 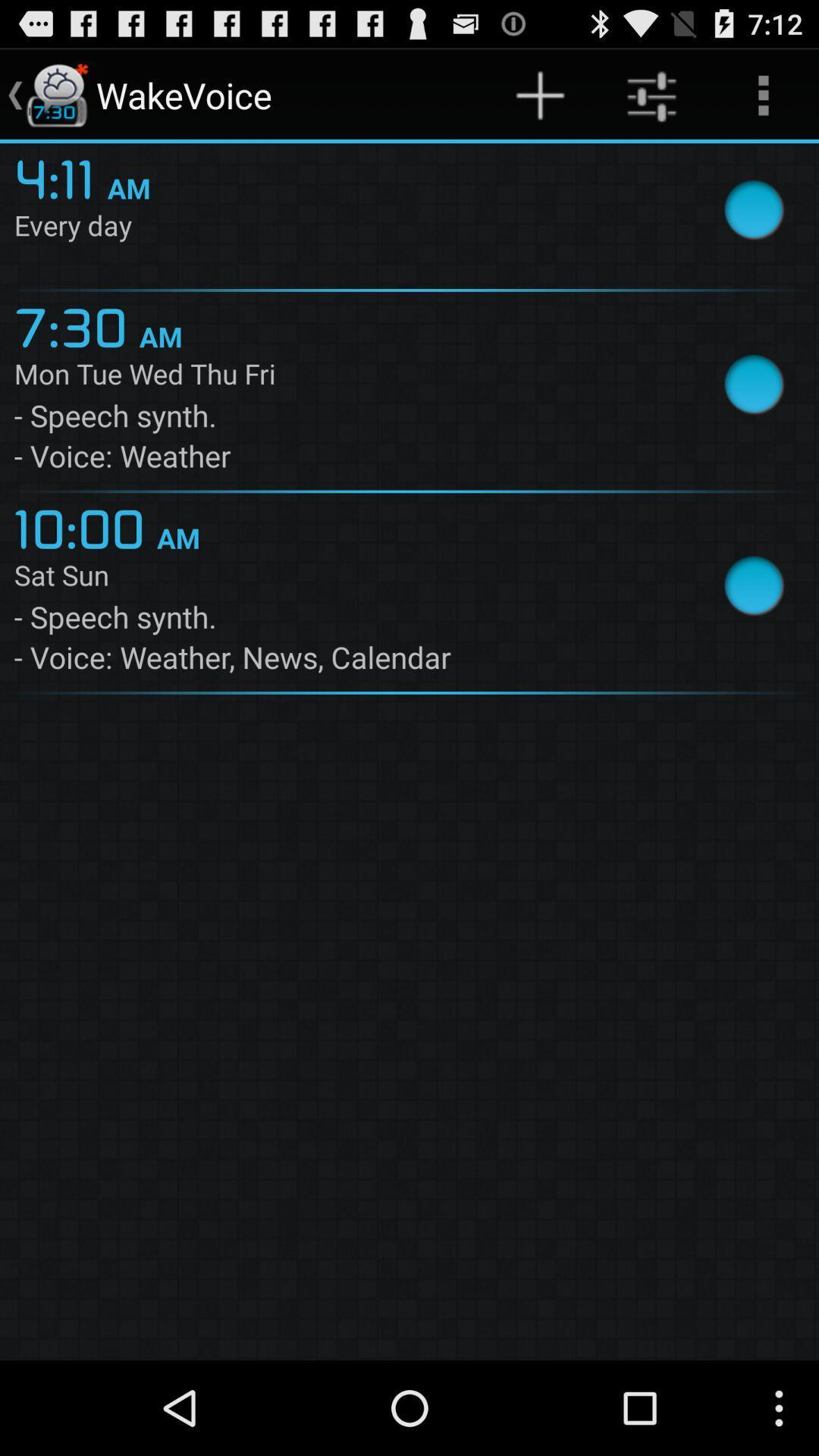 What do you see at coordinates (60, 177) in the screenshot?
I see `icon to the left of the am` at bounding box center [60, 177].